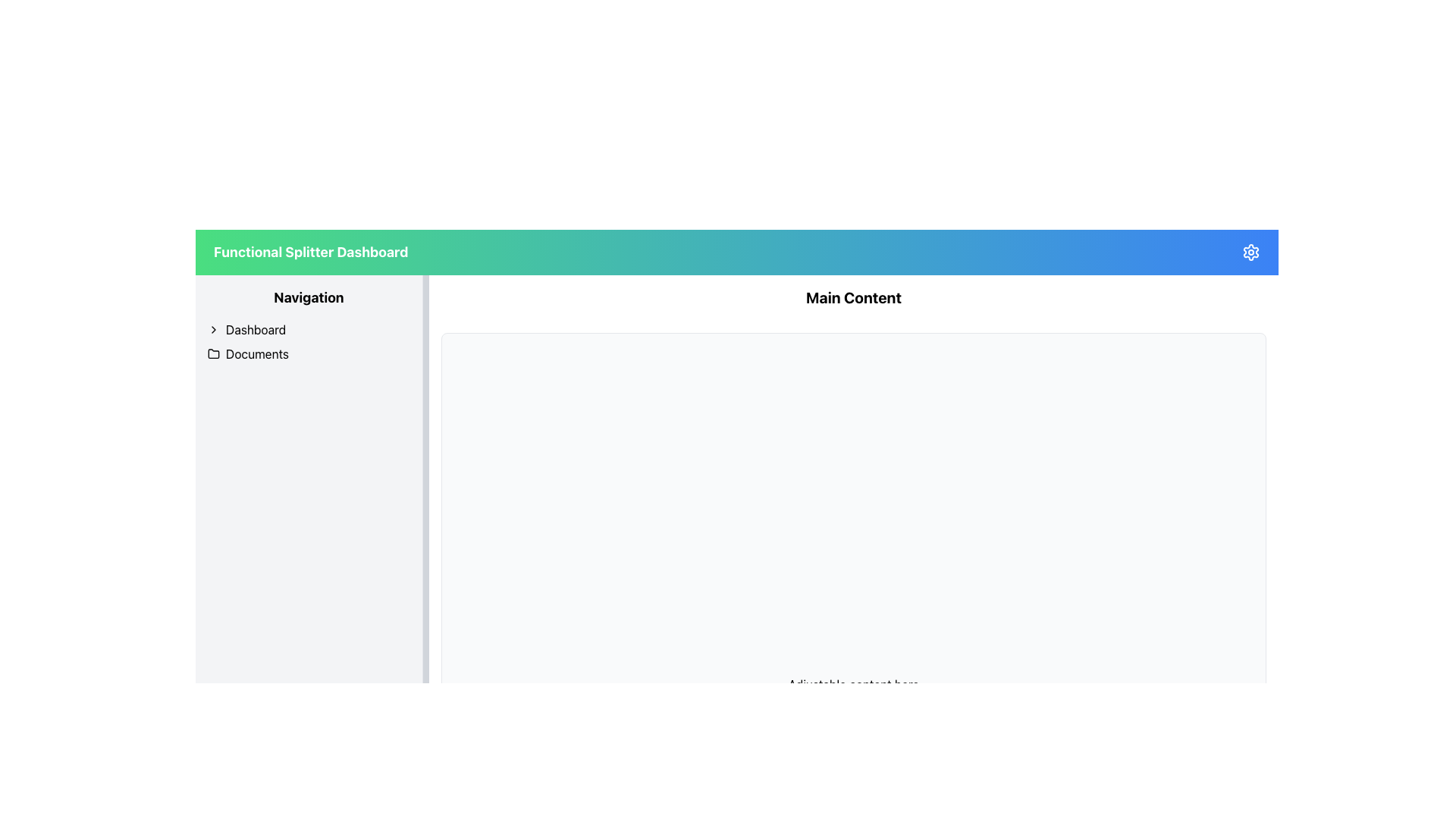 The image size is (1456, 819). I want to click on the 'Documents' icon located in the left-side navigation pane, positioned next to the text label 'Documents' under the 'Navigation' heading, for visual guidance, so click(213, 353).